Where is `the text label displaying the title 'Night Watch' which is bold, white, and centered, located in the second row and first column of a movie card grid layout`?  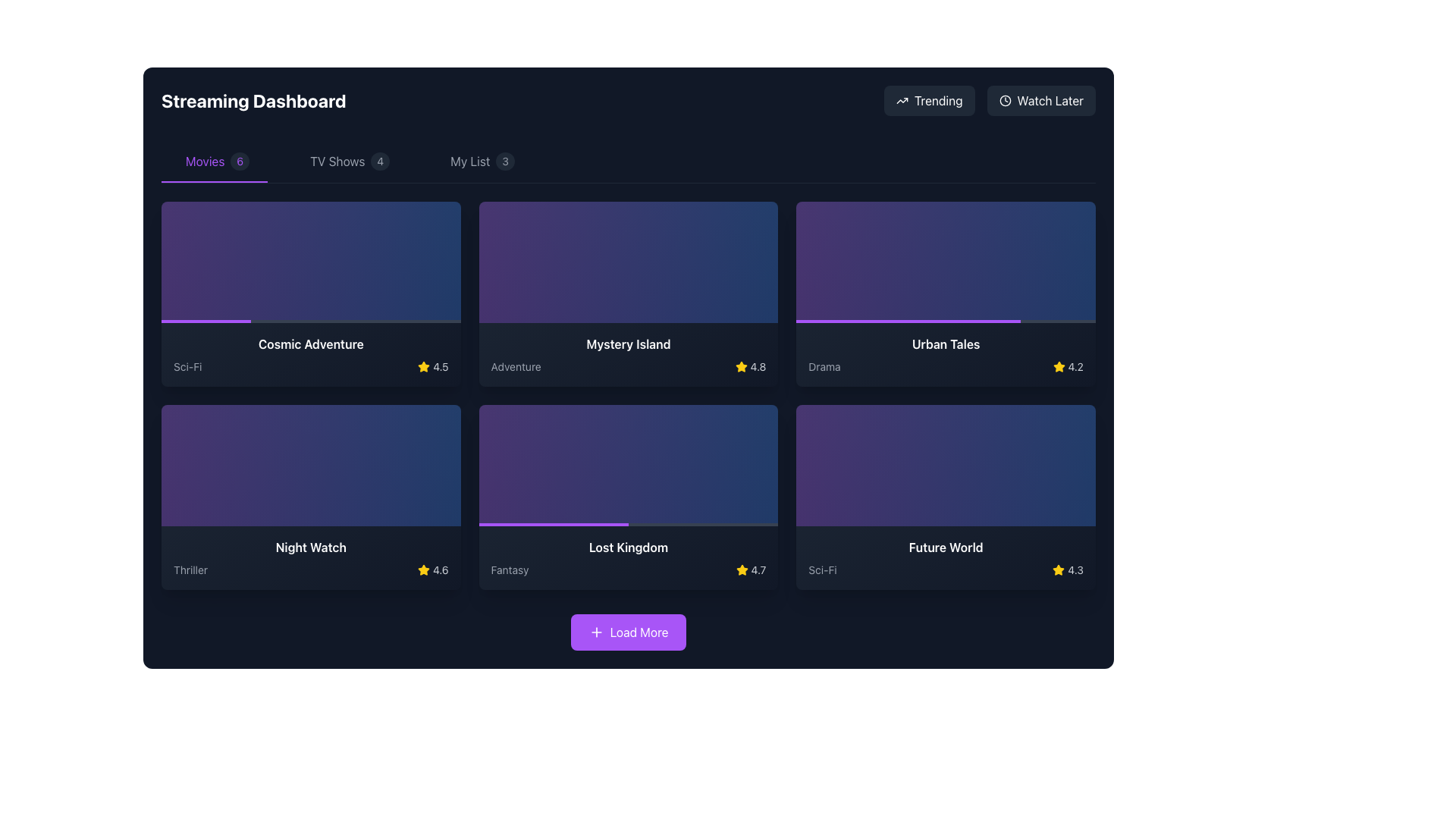
the text label displaying the title 'Night Watch' which is bold, white, and centered, located in the second row and first column of a movie card grid layout is located at coordinates (310, 547).